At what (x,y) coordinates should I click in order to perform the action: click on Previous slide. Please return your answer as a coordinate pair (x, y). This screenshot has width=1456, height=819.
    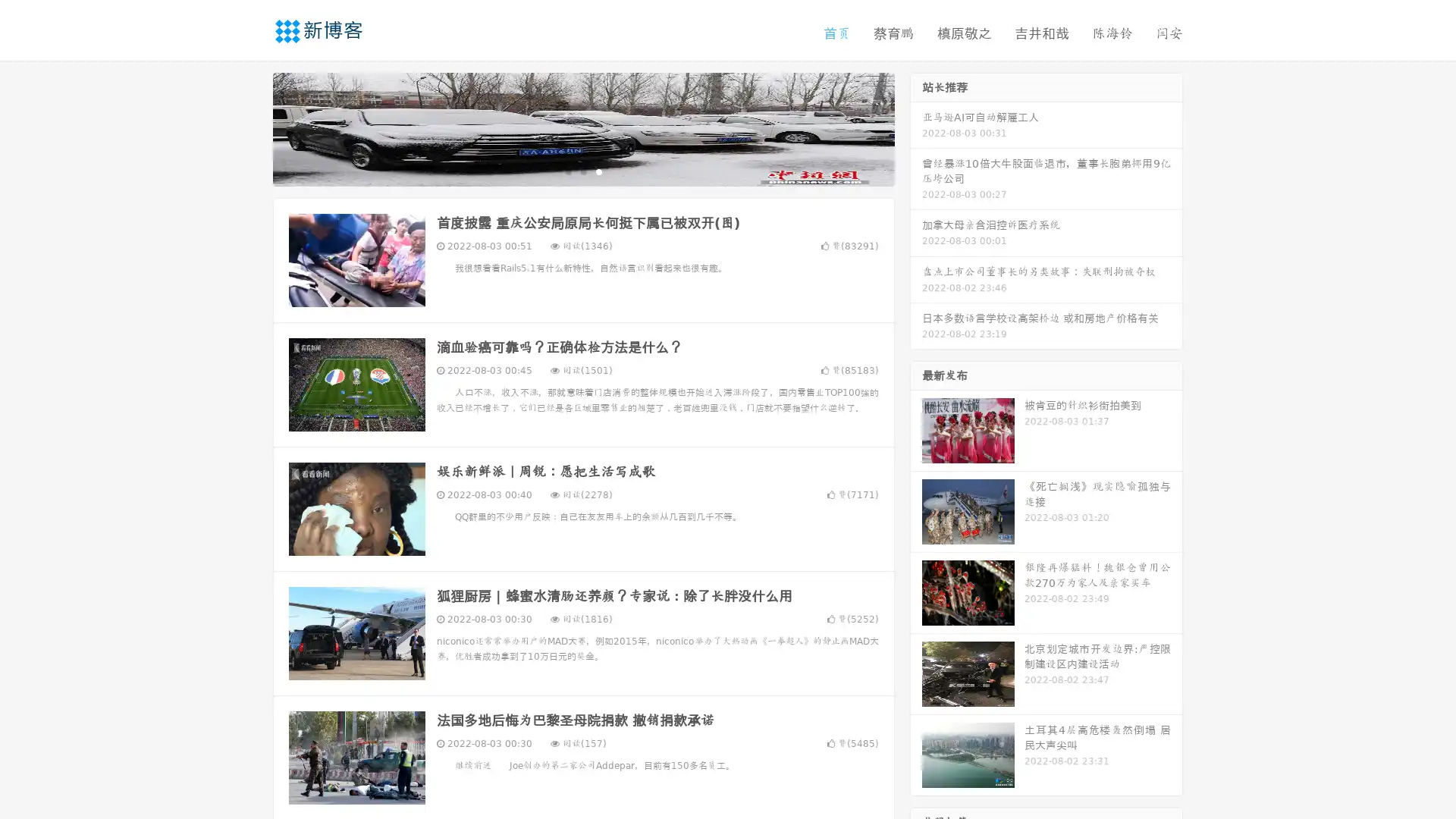
    Looking at the image, I should click on (250, 127).